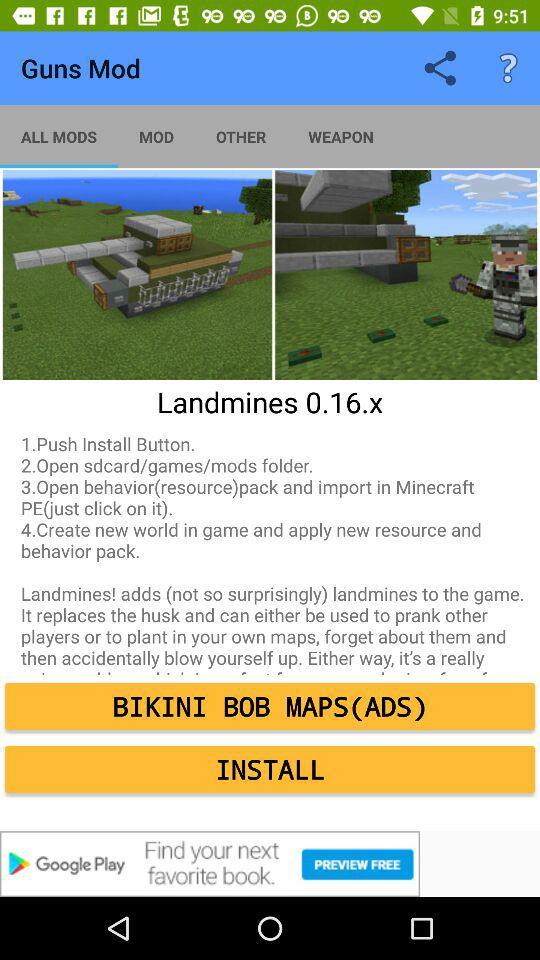 The width and height of the screenshot is (540, 960). Describe the element at coordinates (270, 863) in the screenshot. I see `advertisements` at that location.